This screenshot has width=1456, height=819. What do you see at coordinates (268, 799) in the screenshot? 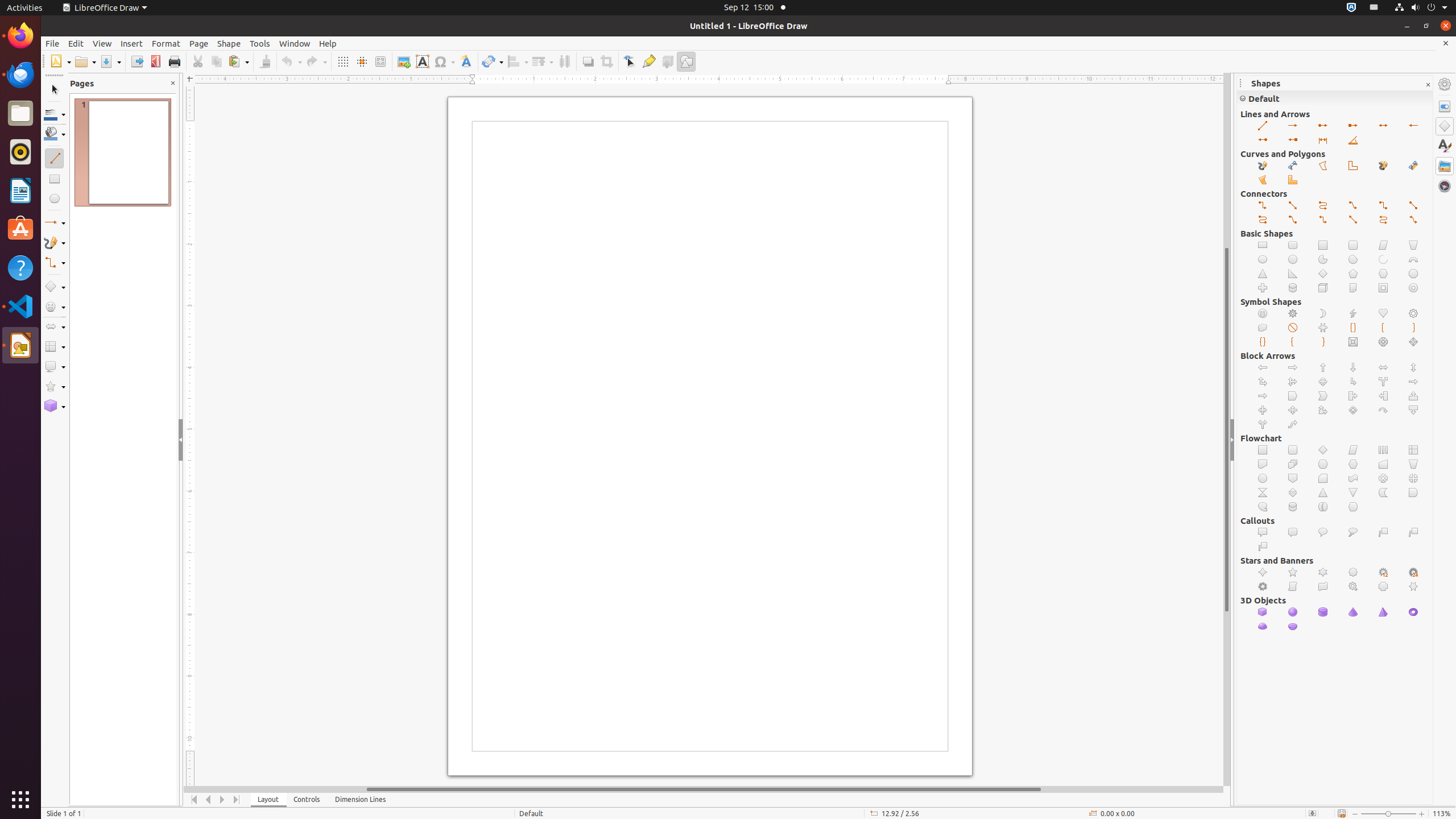
I see `'Layout'` at bounding box center [268, 799].